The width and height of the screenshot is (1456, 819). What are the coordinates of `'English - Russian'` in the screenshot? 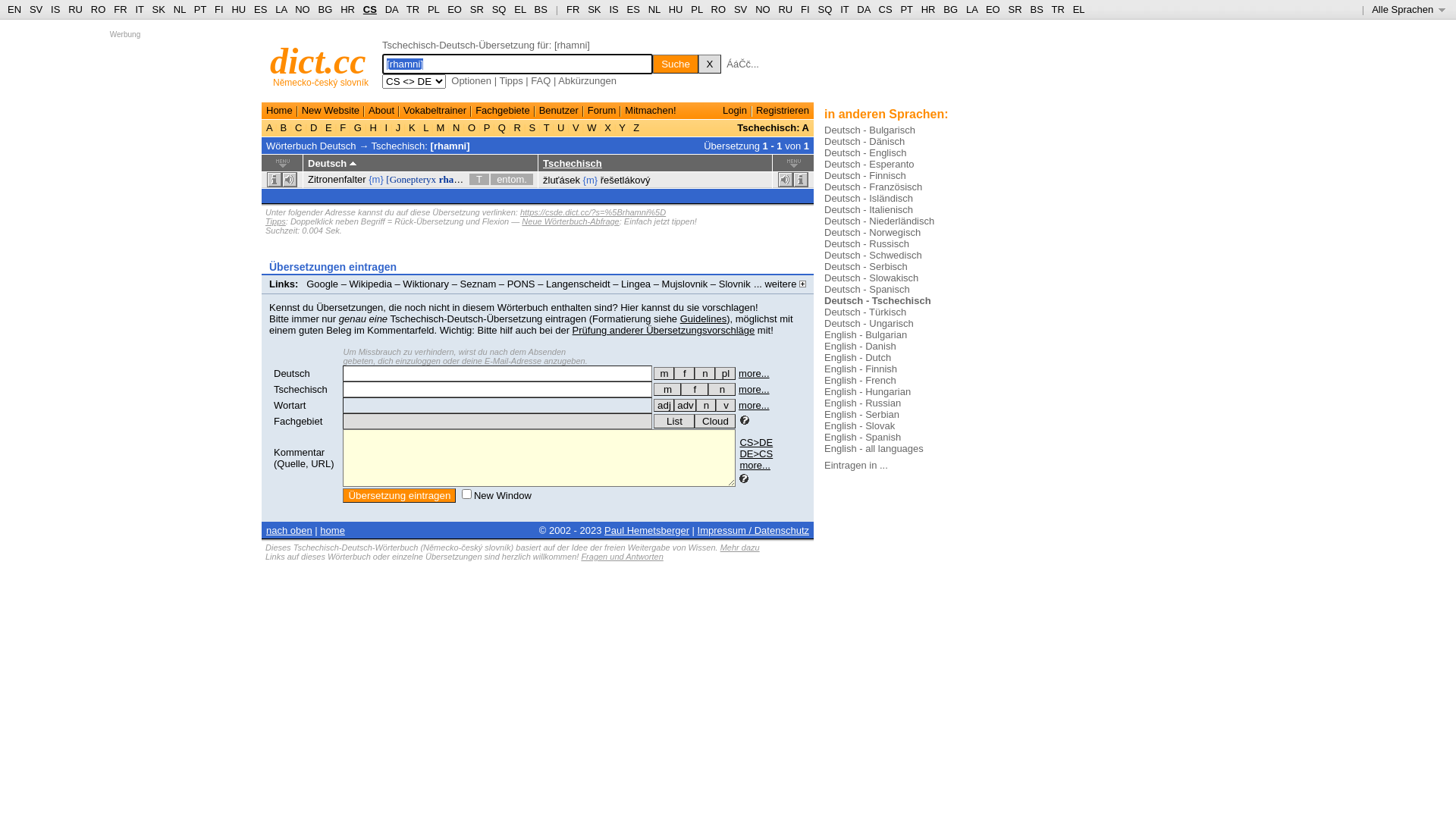 It's located at (862, 402).